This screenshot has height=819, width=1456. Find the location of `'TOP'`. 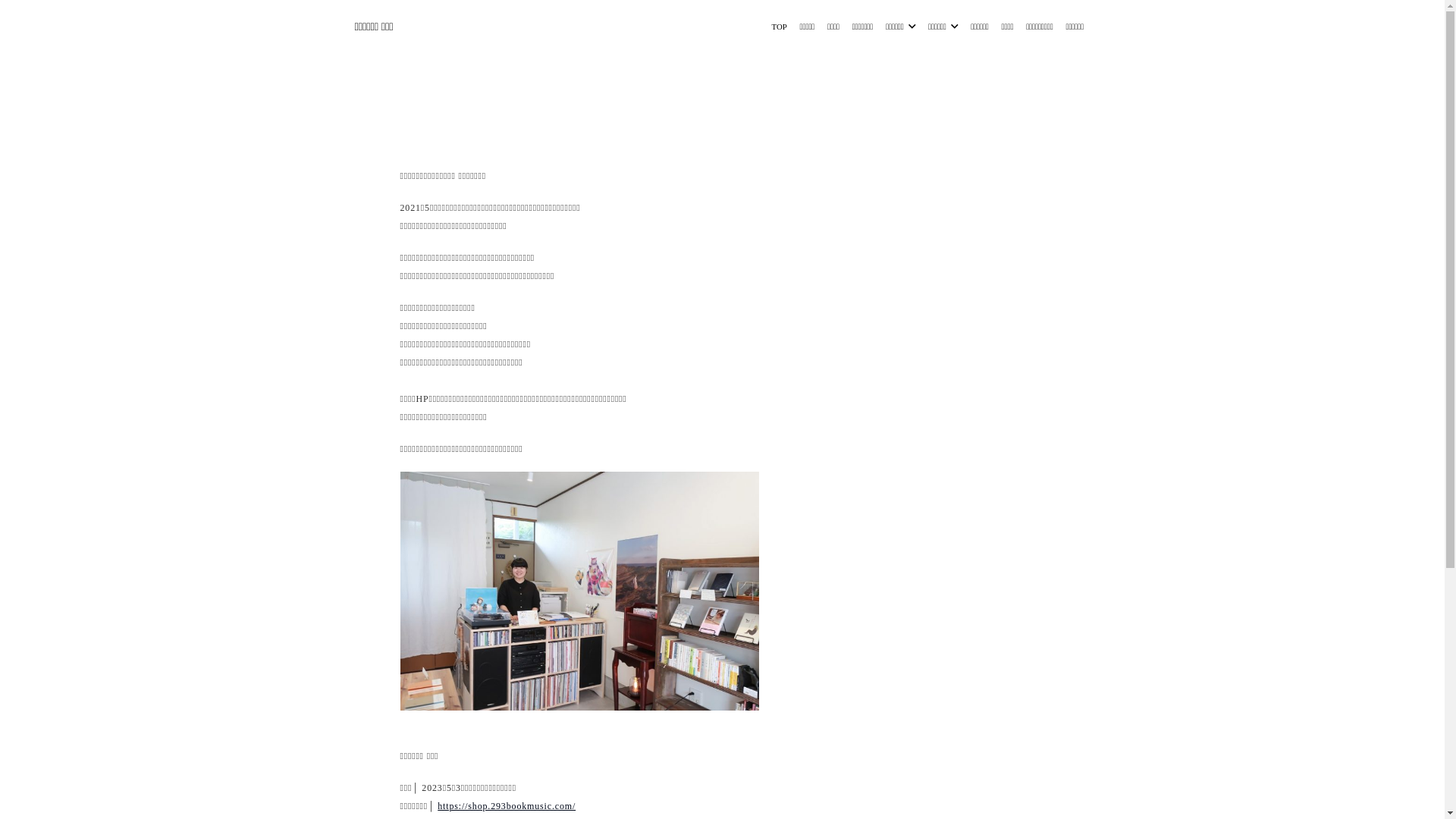

'TOP' is located at coordinates (779, 26).